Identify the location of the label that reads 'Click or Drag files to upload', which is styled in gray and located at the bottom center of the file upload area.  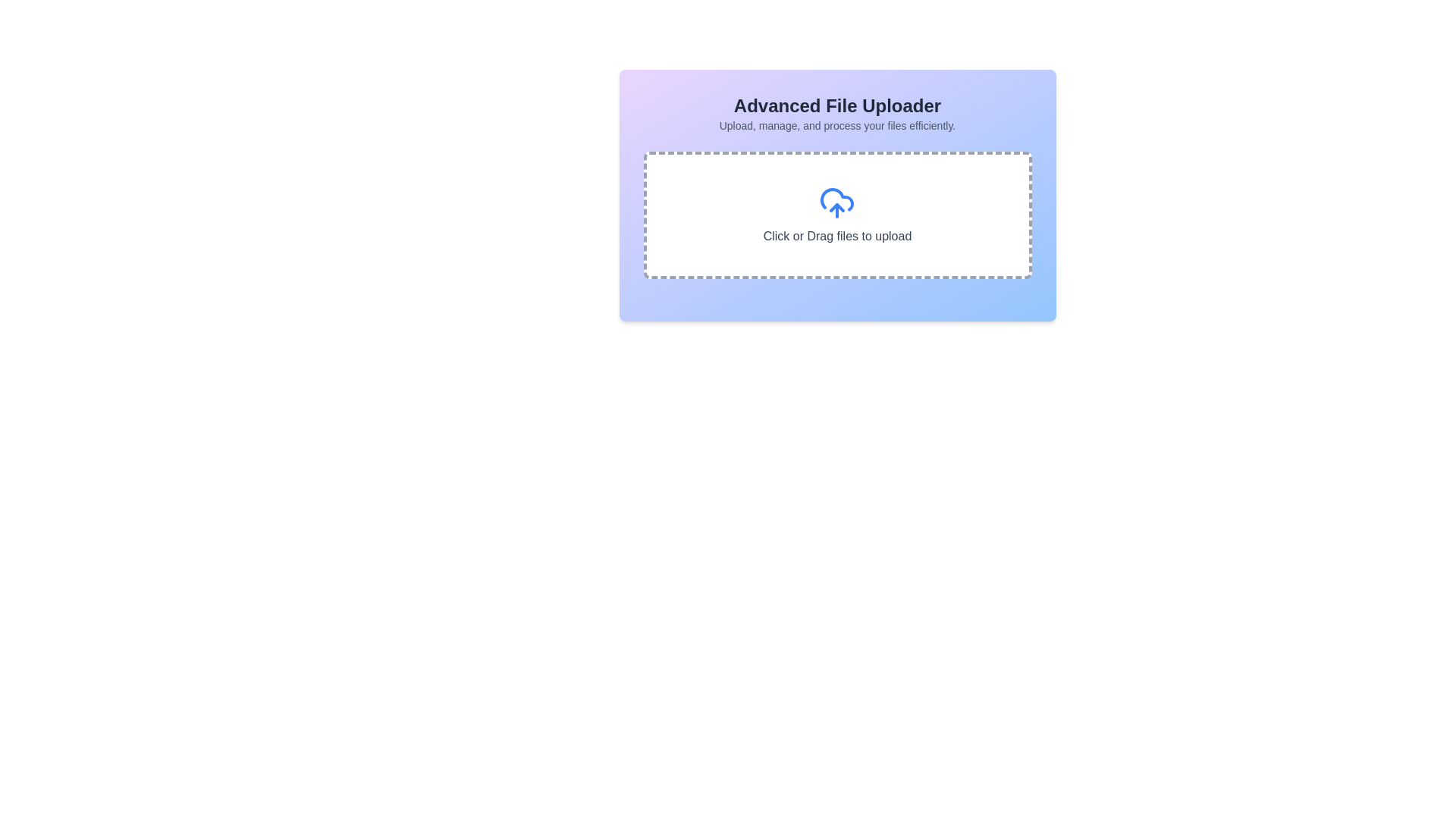
(836, 236).